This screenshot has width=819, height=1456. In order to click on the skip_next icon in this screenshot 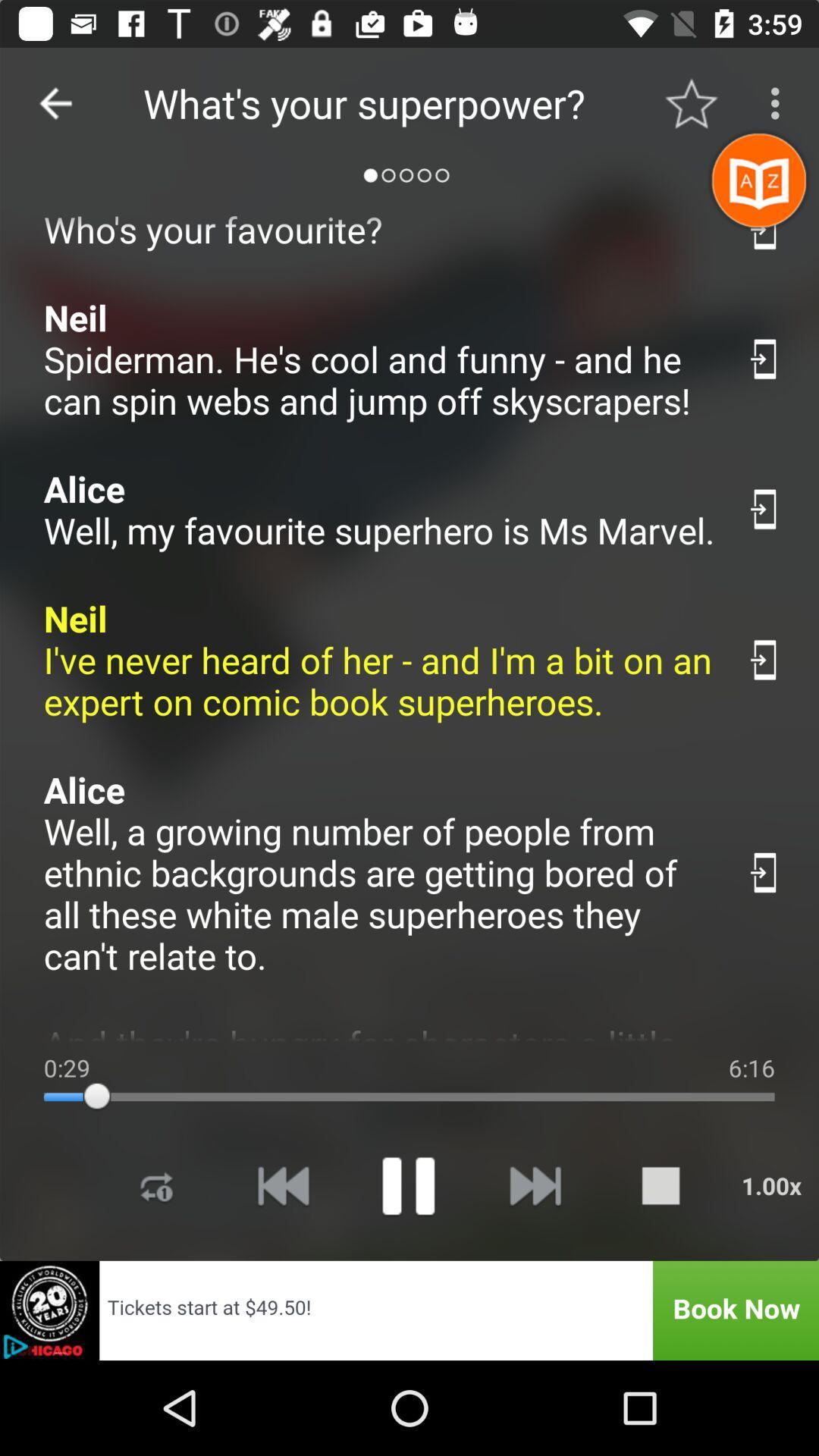, I will do `click(534, 1185)`.